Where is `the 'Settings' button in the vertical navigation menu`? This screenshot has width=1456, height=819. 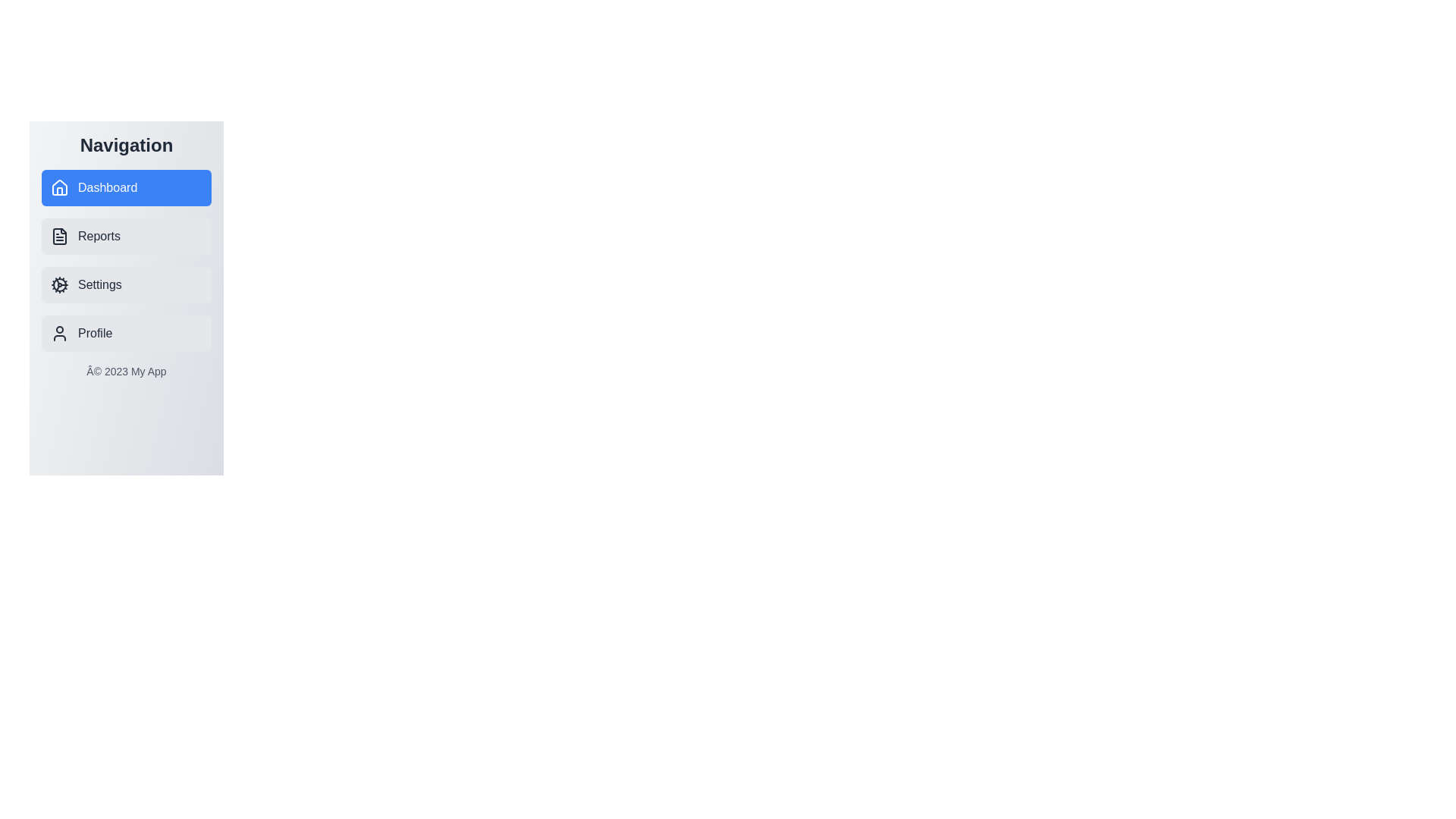
the 'Settings' button in the vertical navigation menu is located at coordinates (127, 284).